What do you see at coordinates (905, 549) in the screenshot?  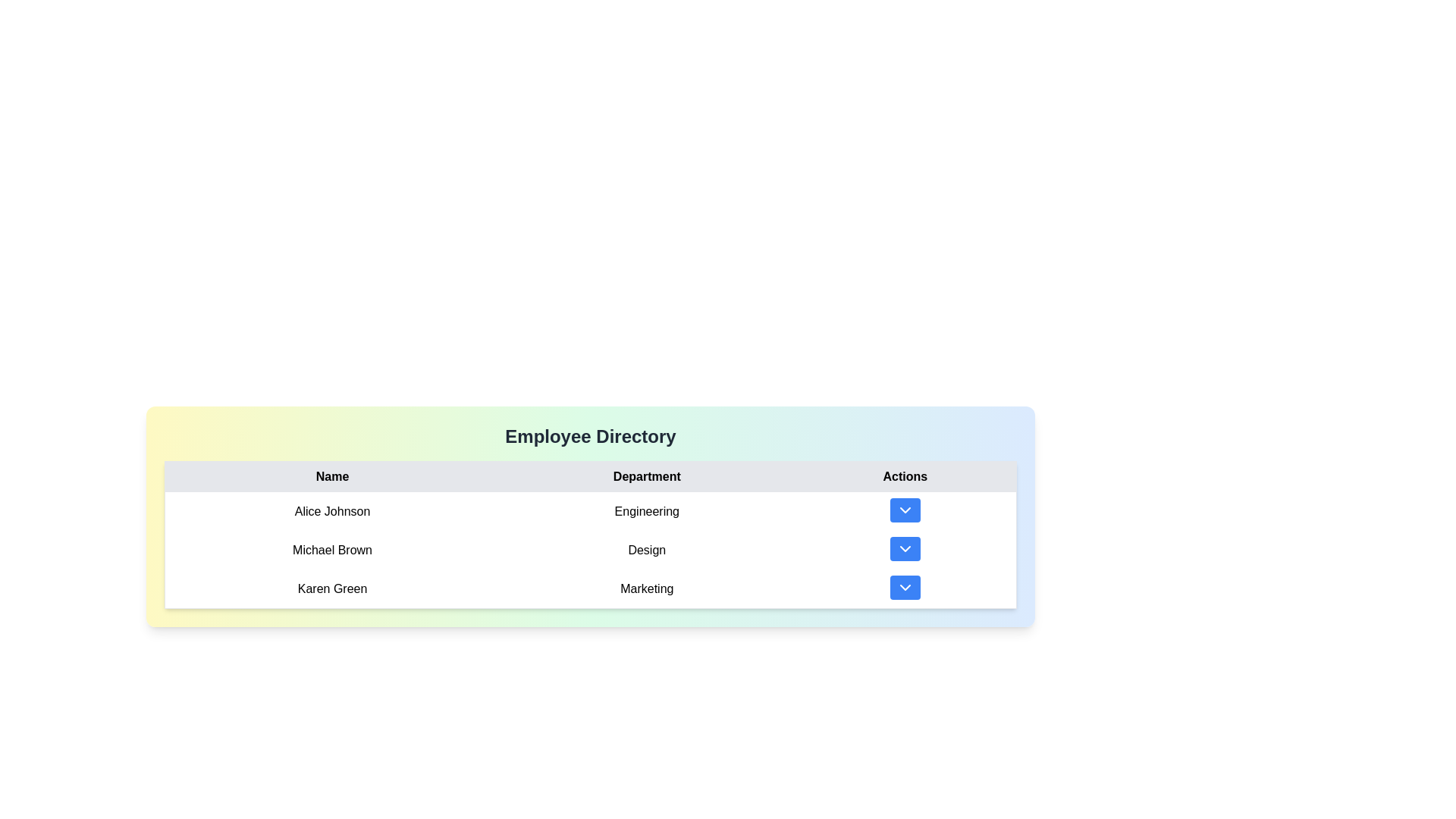 I see `the downward-facing chevron icon in the 'Actions' column of the 'Employee Directory' table for 'Michael Brown' under 'Department Design'` at bounding box center [905, 549].